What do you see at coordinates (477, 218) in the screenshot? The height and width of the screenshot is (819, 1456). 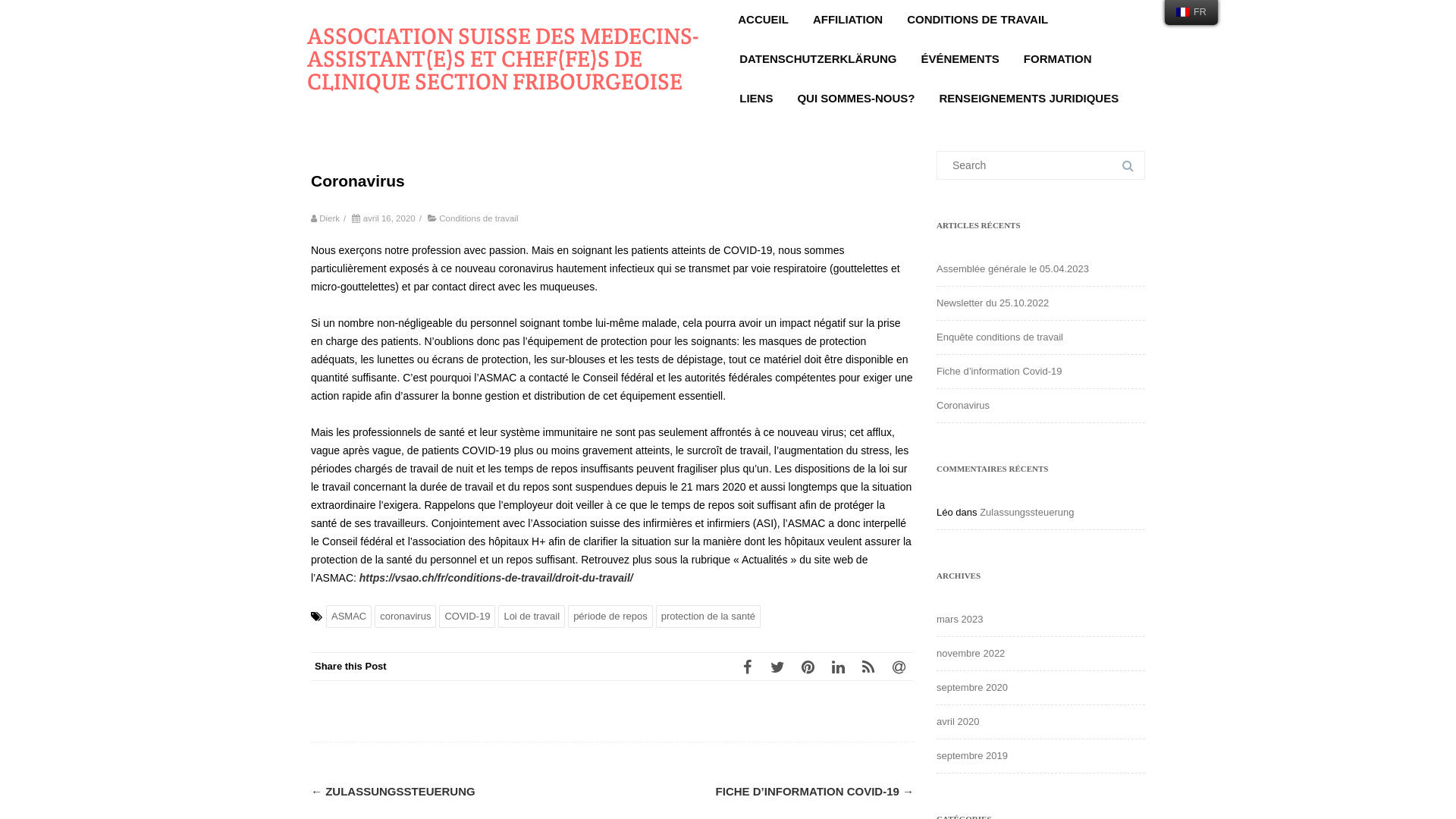 I see `'Conditions de travail'` at bounding box center [477, 218].